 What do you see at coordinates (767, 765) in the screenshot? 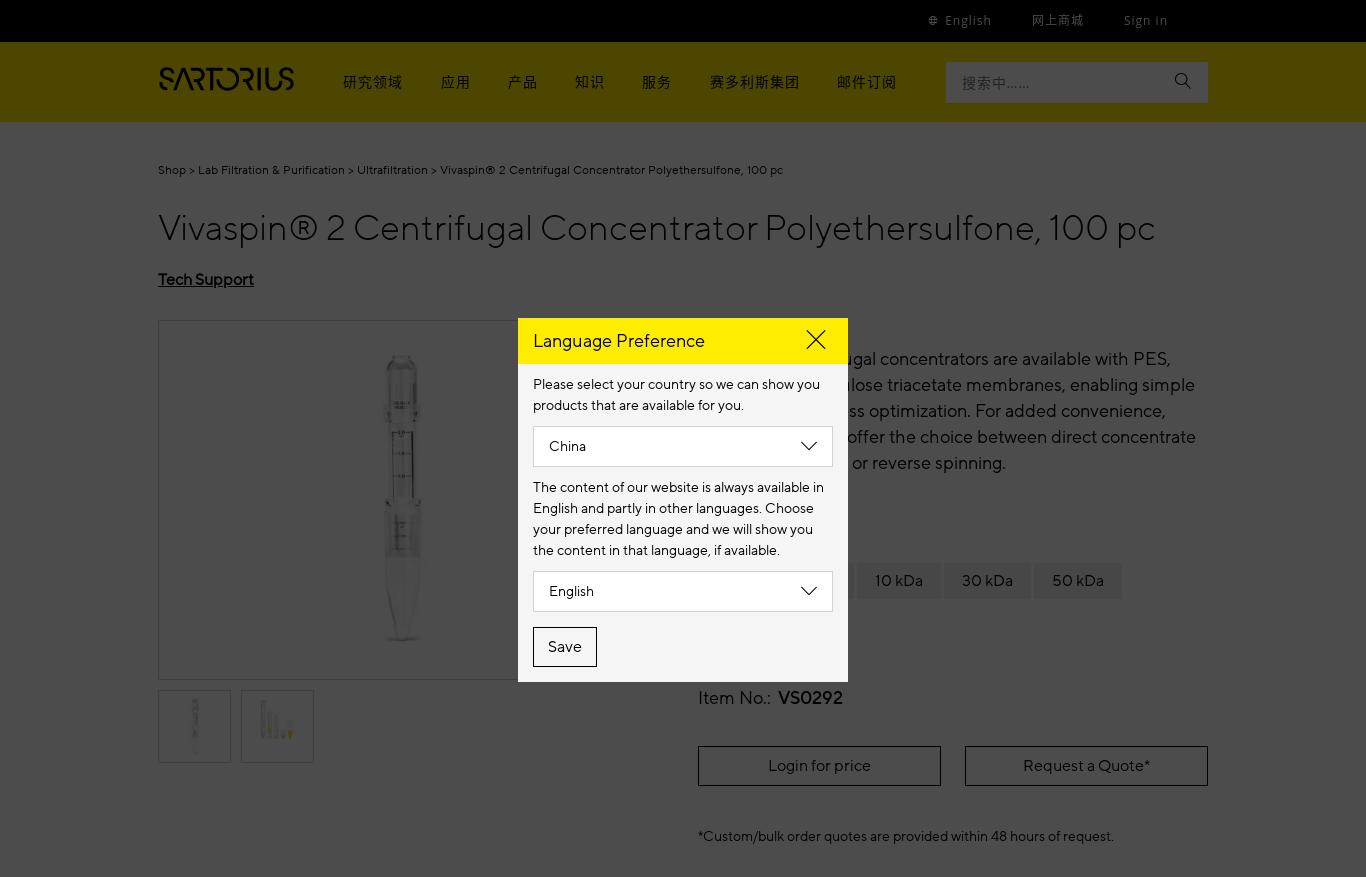
I see `'Login for price'` at bounding box center [767, 765].